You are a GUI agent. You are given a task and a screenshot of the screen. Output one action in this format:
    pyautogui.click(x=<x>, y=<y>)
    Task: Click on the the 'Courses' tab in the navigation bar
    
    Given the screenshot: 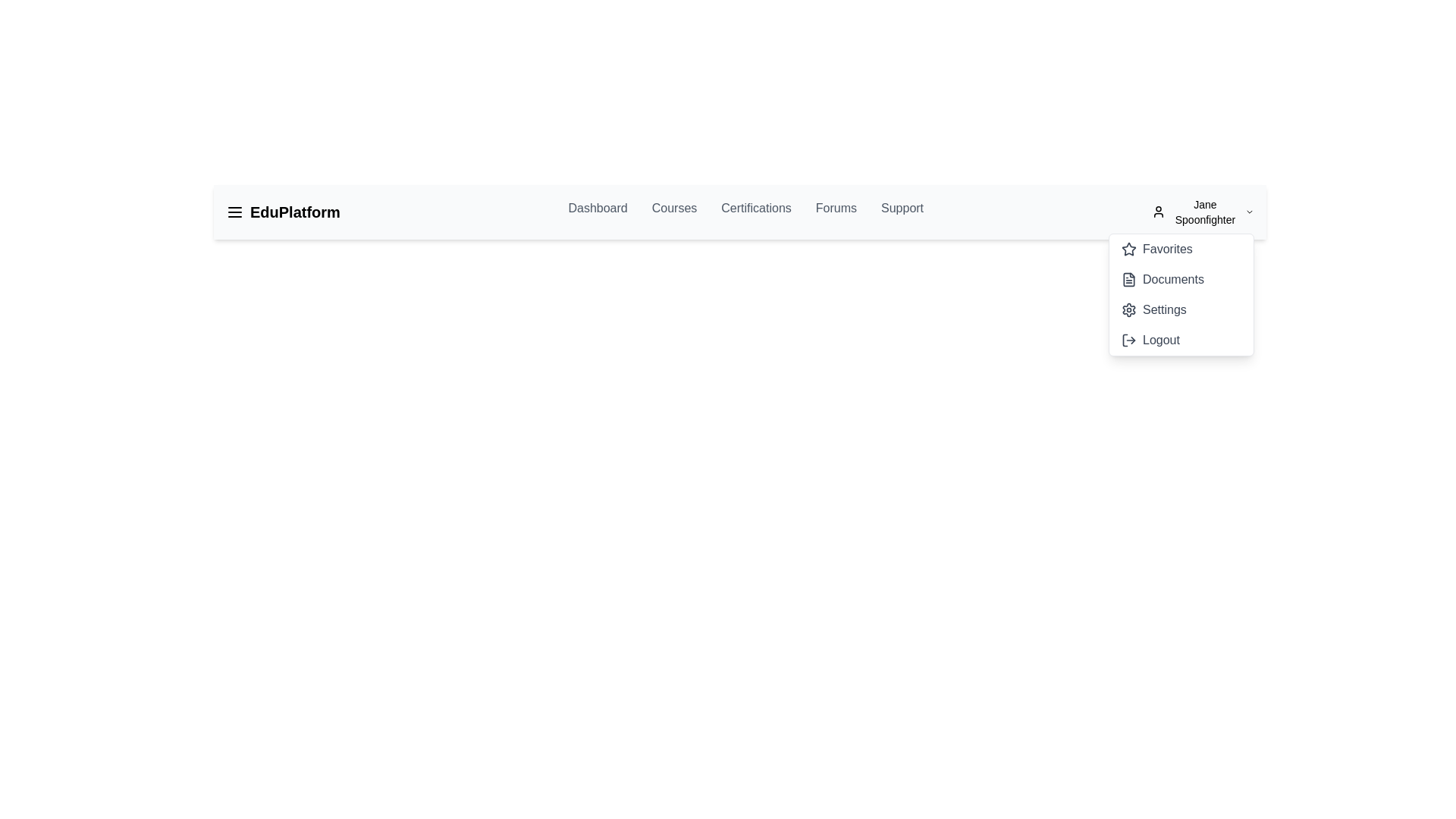 What is the action you would take?
    pyautogui.click(x=673, y=212)
    